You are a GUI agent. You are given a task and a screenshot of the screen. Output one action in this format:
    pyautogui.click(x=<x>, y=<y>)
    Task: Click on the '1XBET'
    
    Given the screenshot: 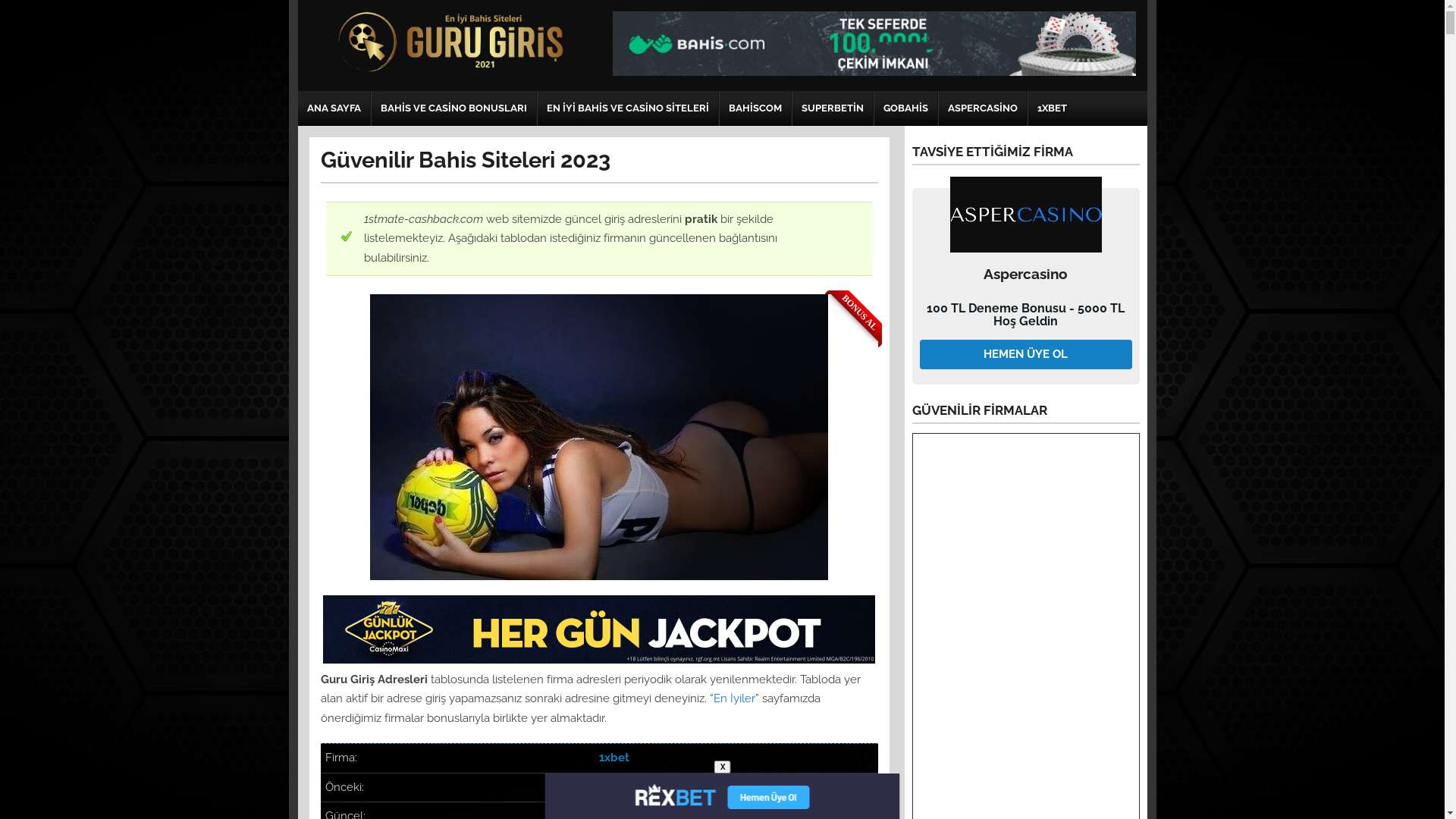 What is the action you would take?
    pyautogui.click(x=1051, y=107)
    